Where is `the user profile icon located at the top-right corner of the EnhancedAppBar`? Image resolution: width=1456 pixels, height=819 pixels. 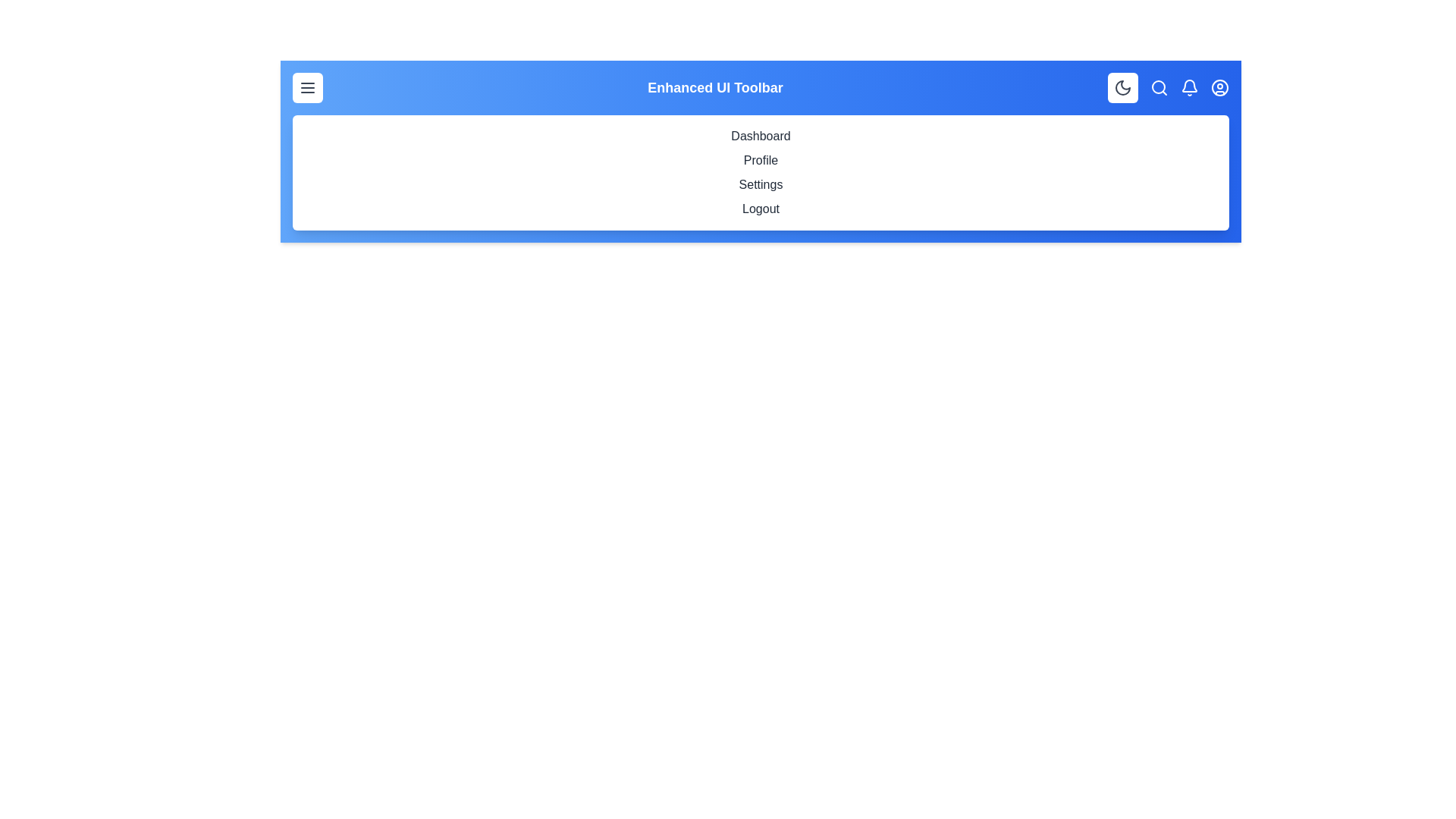
the user profile icon located at the top-right corner of the EnhancedAppBar is located at coordinates (1219, 87).